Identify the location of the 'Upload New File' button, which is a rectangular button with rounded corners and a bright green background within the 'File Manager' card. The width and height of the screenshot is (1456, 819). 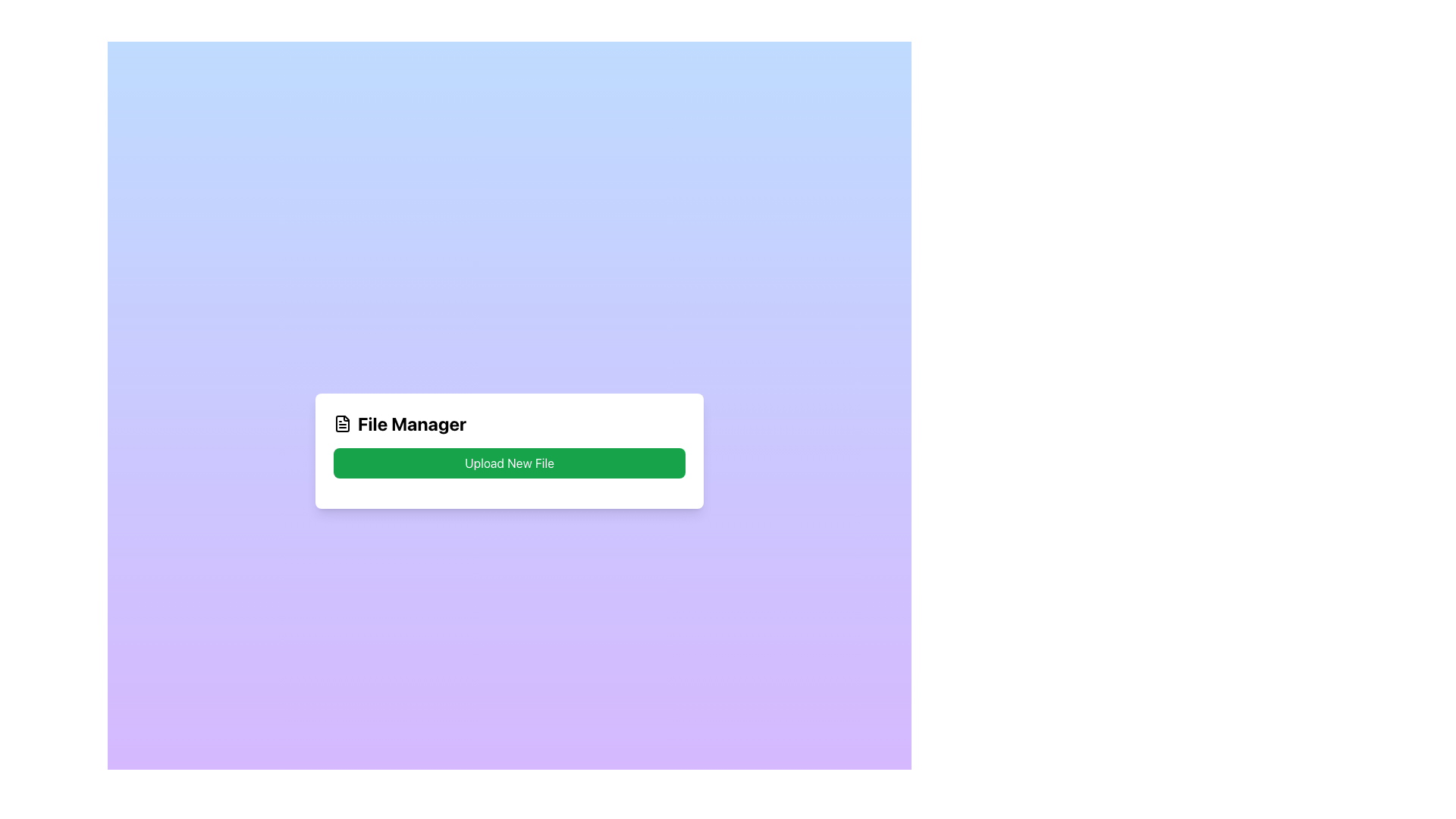
(510, 462).